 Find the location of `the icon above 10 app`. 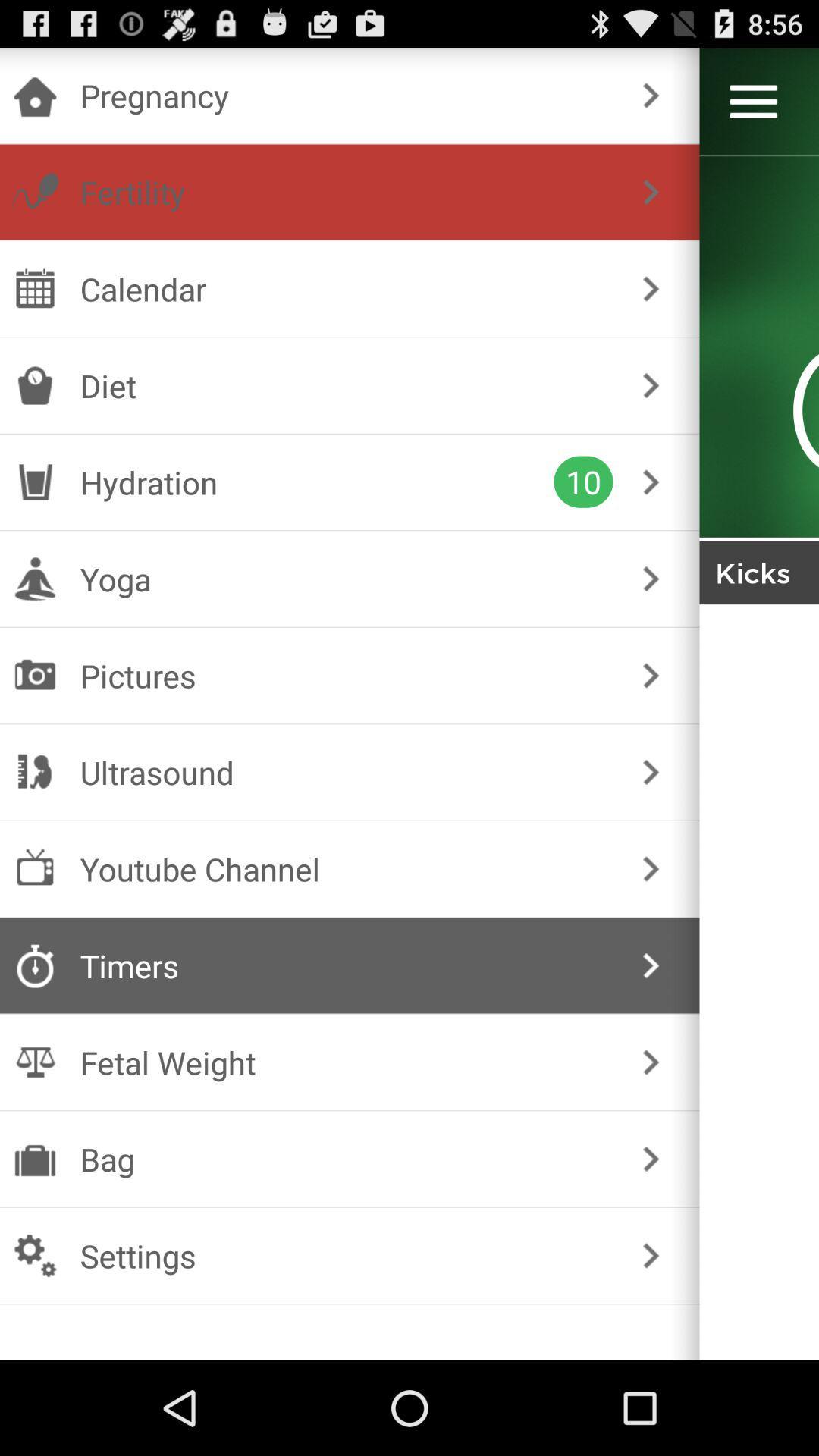

the icon above 10 app is located at coordinates (347, 385).